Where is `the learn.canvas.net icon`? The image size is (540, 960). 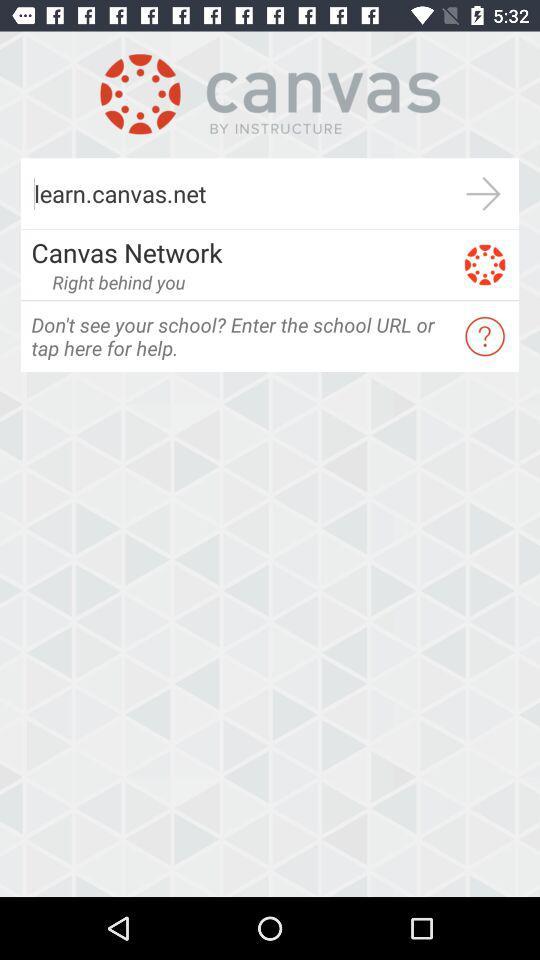 the learn.canvas.net icon is located at coordinates (233, 193).